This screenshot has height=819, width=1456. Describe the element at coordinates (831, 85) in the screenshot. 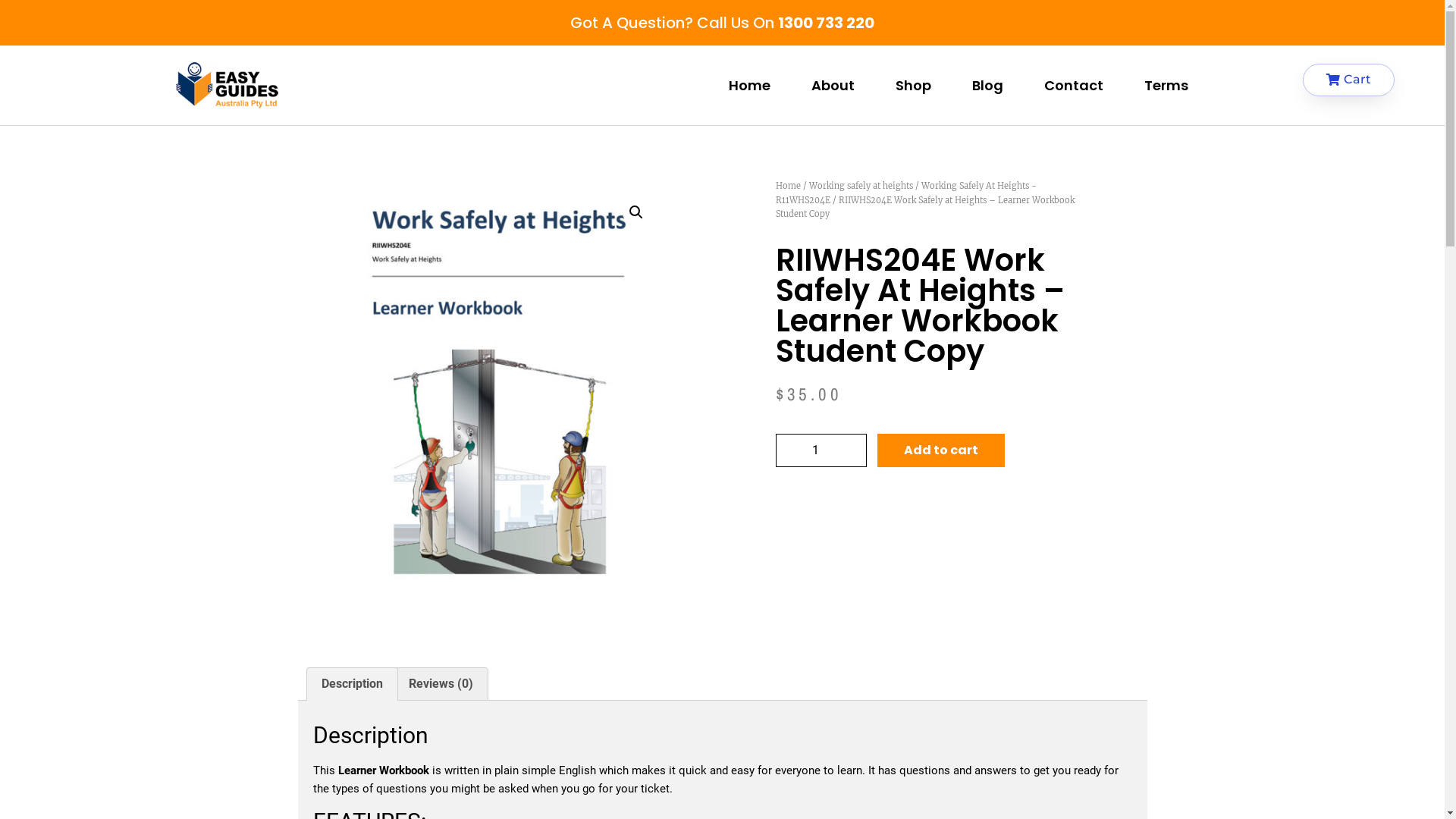

I see `'About'` at that location.